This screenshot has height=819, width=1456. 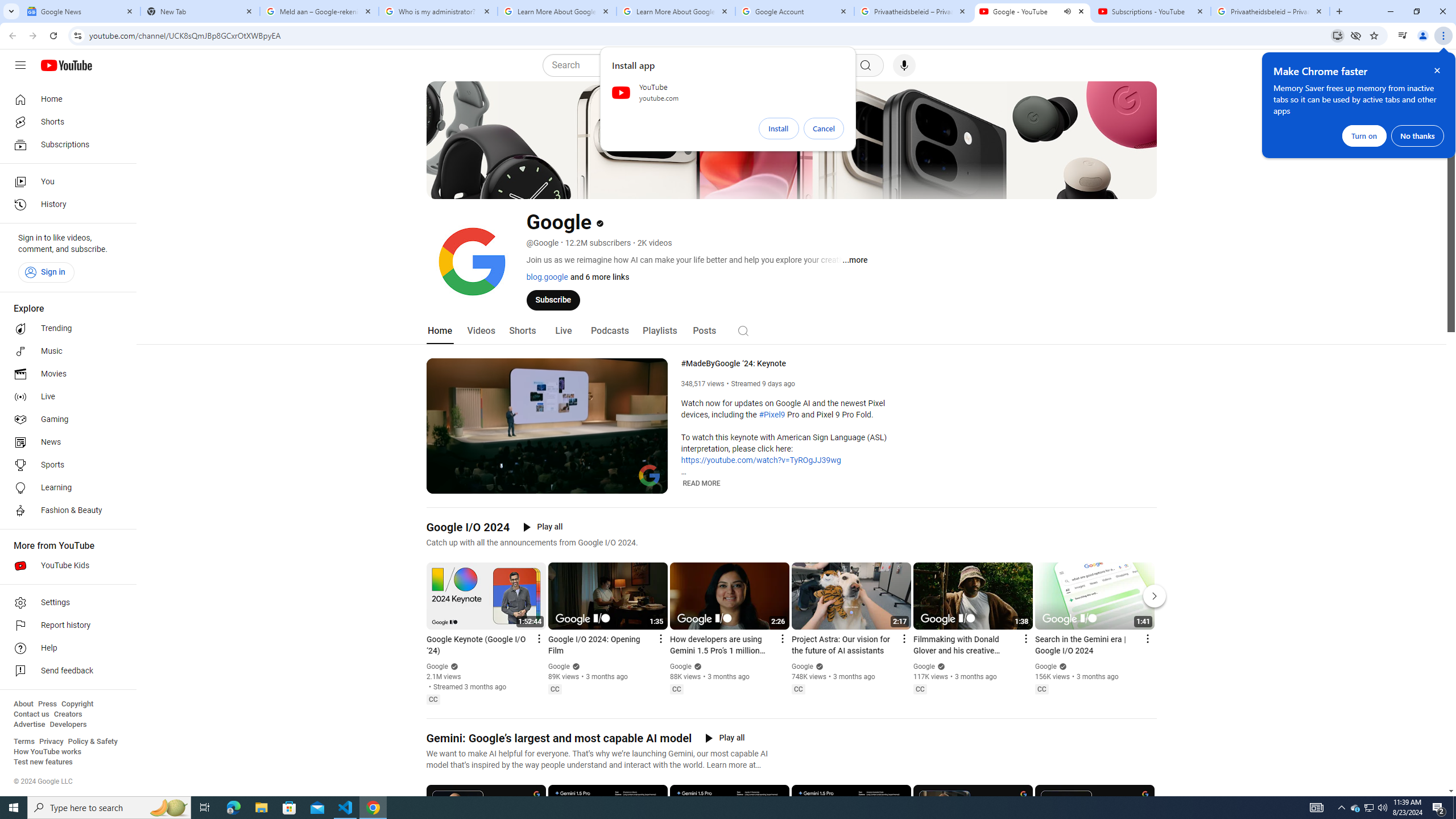 What do you see at coordinates (547, 276) in the screenshot?
I see `'blog.google'` at bounding box center [547, 276].